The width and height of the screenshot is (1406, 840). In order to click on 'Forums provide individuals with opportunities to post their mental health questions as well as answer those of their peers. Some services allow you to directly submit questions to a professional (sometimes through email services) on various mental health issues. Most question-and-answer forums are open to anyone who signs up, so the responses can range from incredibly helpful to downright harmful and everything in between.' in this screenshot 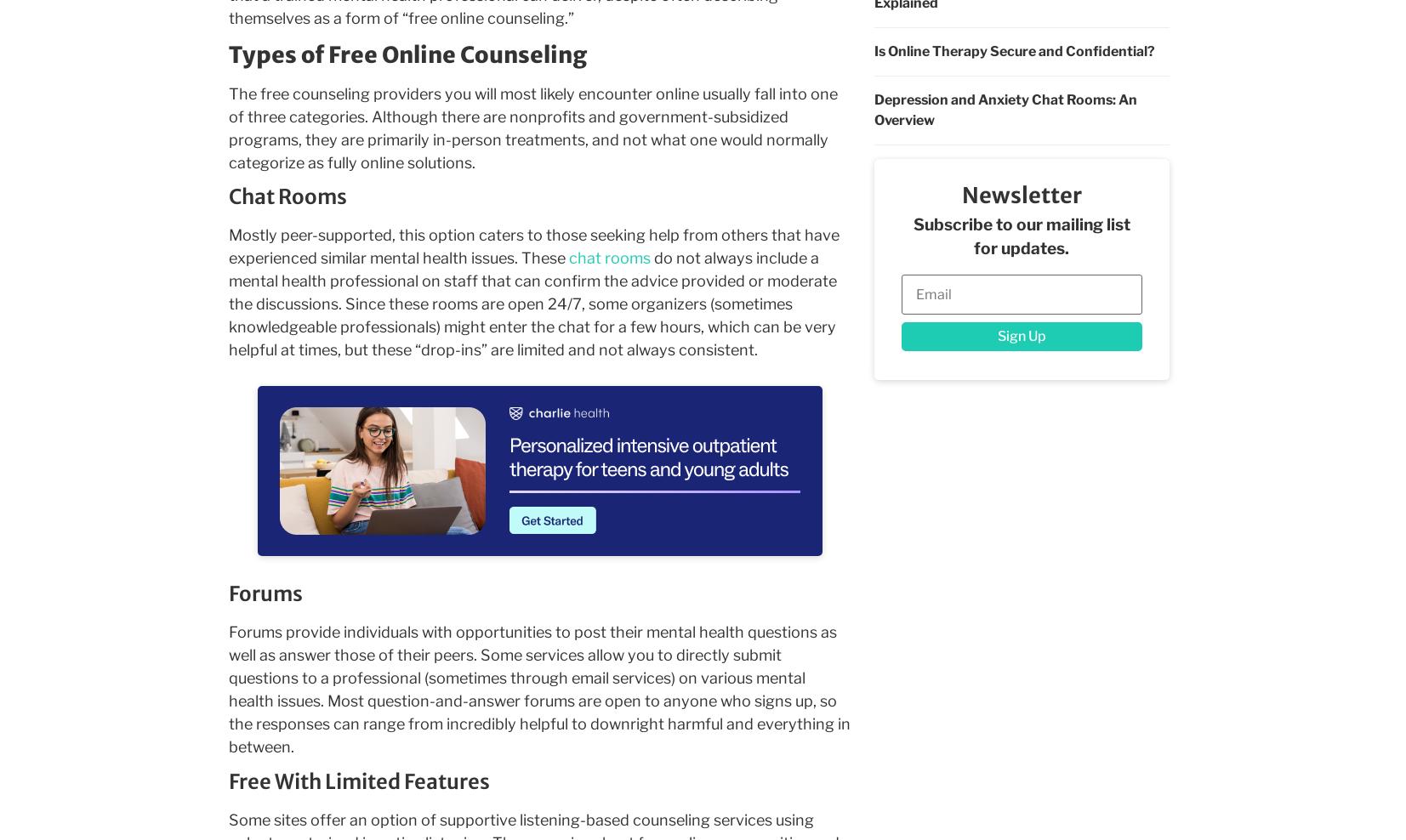, I will do `click(538, 690)`.